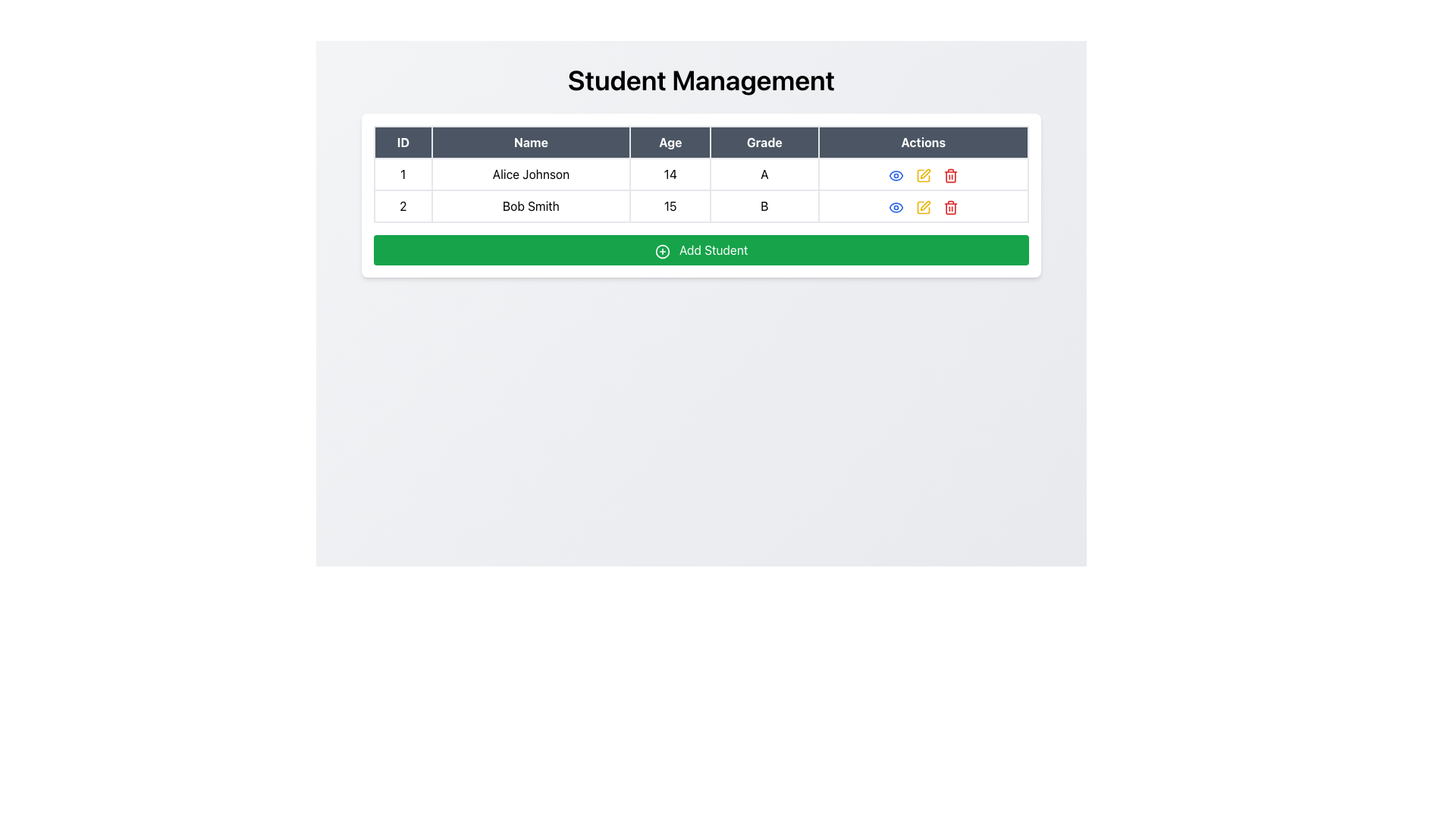  I want to click on the 'Add Student' button which is located below a table structure and features a green icon on the left side, so click(662, 250).